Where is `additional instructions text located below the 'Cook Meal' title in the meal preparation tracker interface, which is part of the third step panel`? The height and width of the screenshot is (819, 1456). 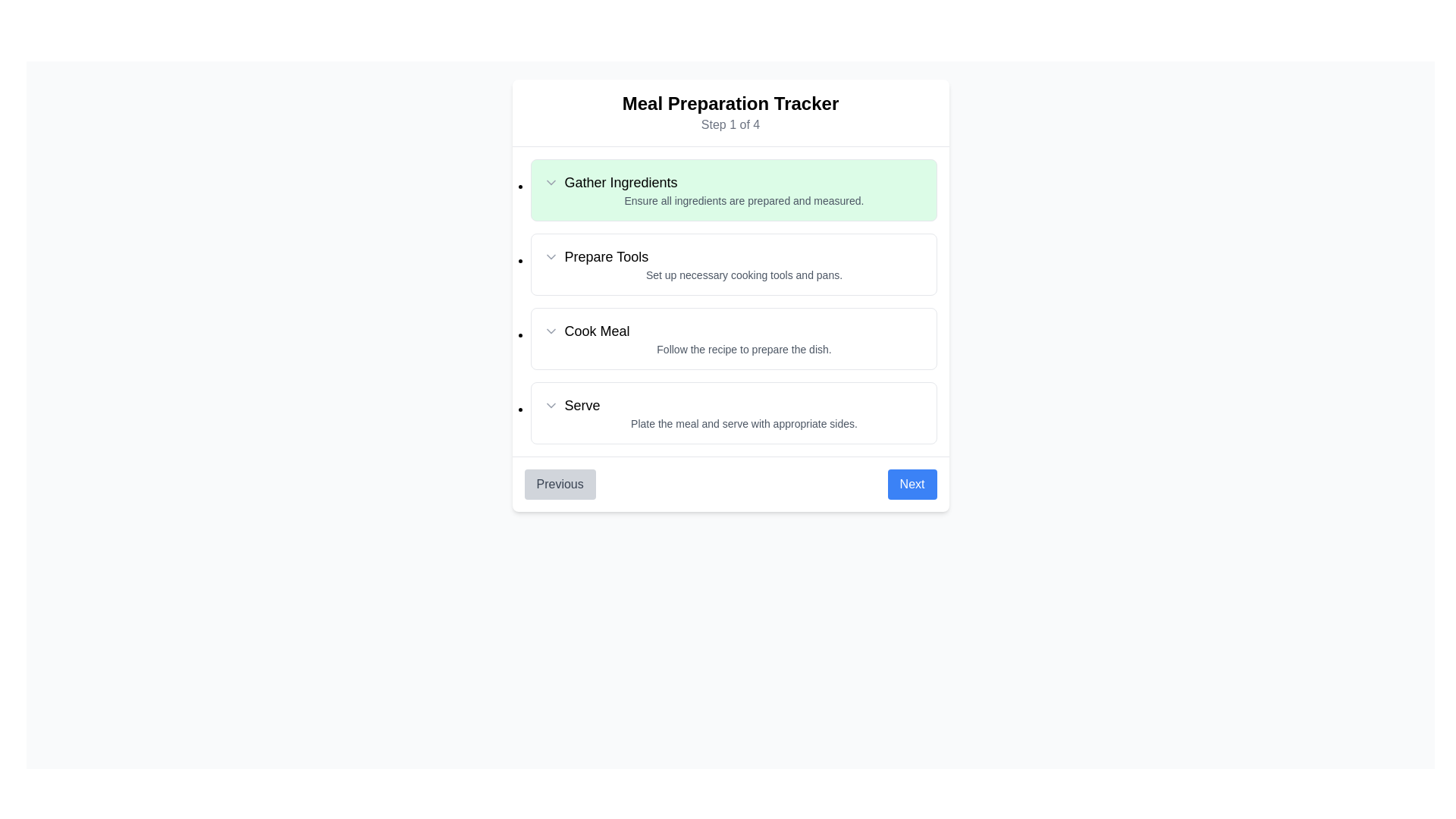 additional instructions text located below the 'Cook Meal' title in the meal preparation tracker interface, which is part of the third step panel is located at coordinates (744, 350).